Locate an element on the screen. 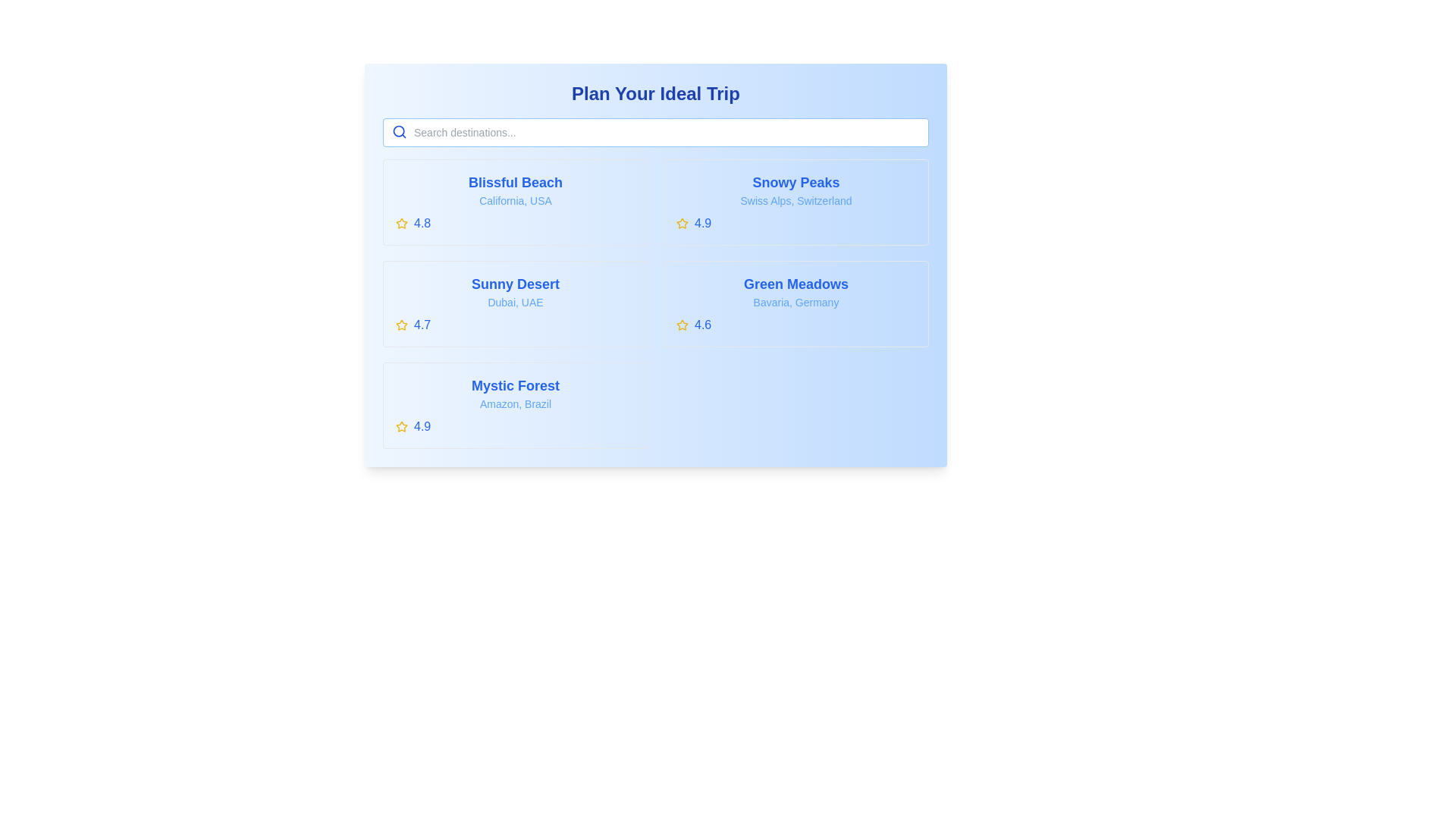 This screenshot has height=819, width=1456. the informational text label that serves as the title for a travel destination, positioned at the top of a card in a grid layout is located at coordinates (516, 284).